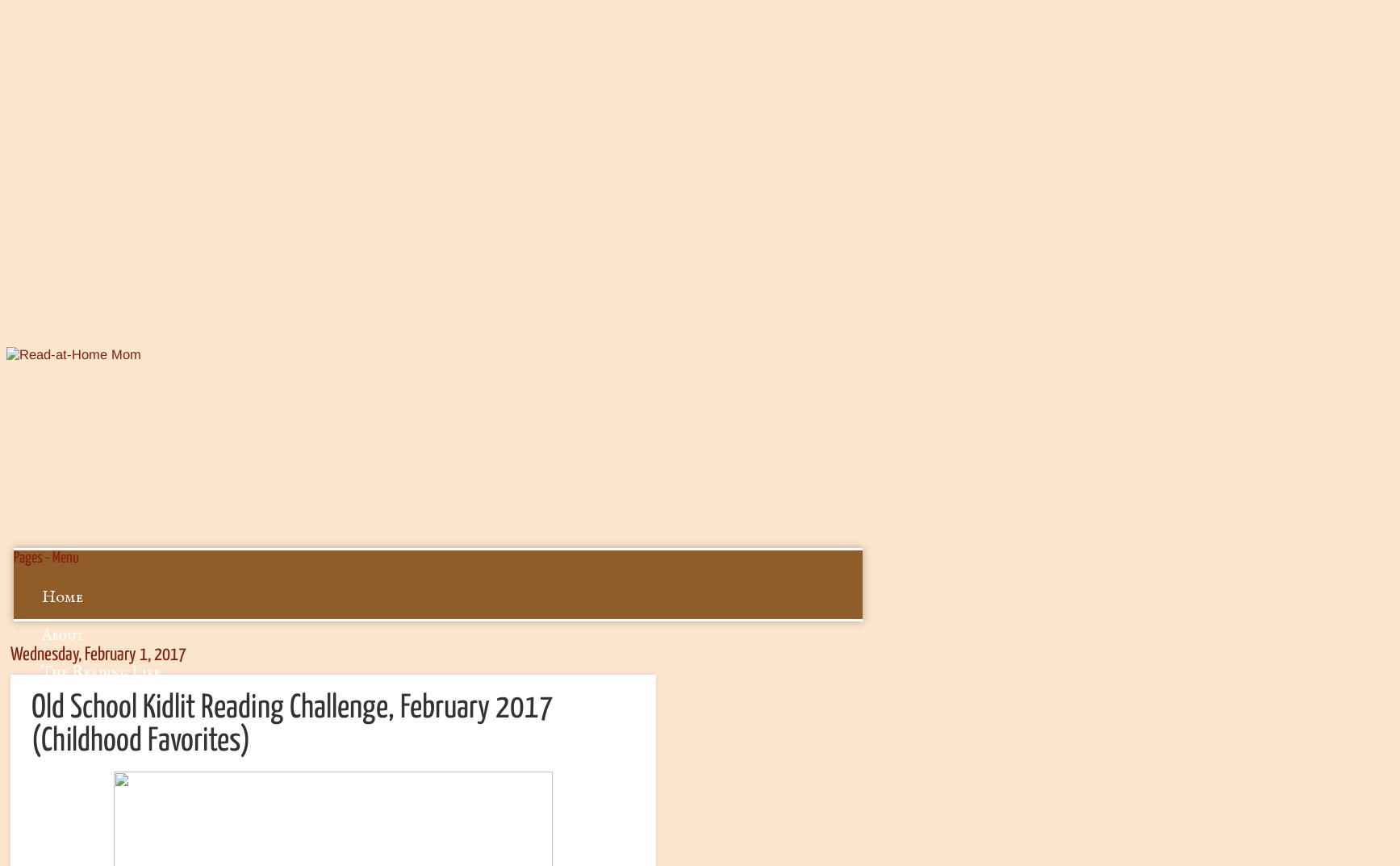 The height and width of the screenshot is (866, 1400). What do you see at coordinates (42, 596) in the screenshot?
I see `'Home'` at bounding box center [42, 596].